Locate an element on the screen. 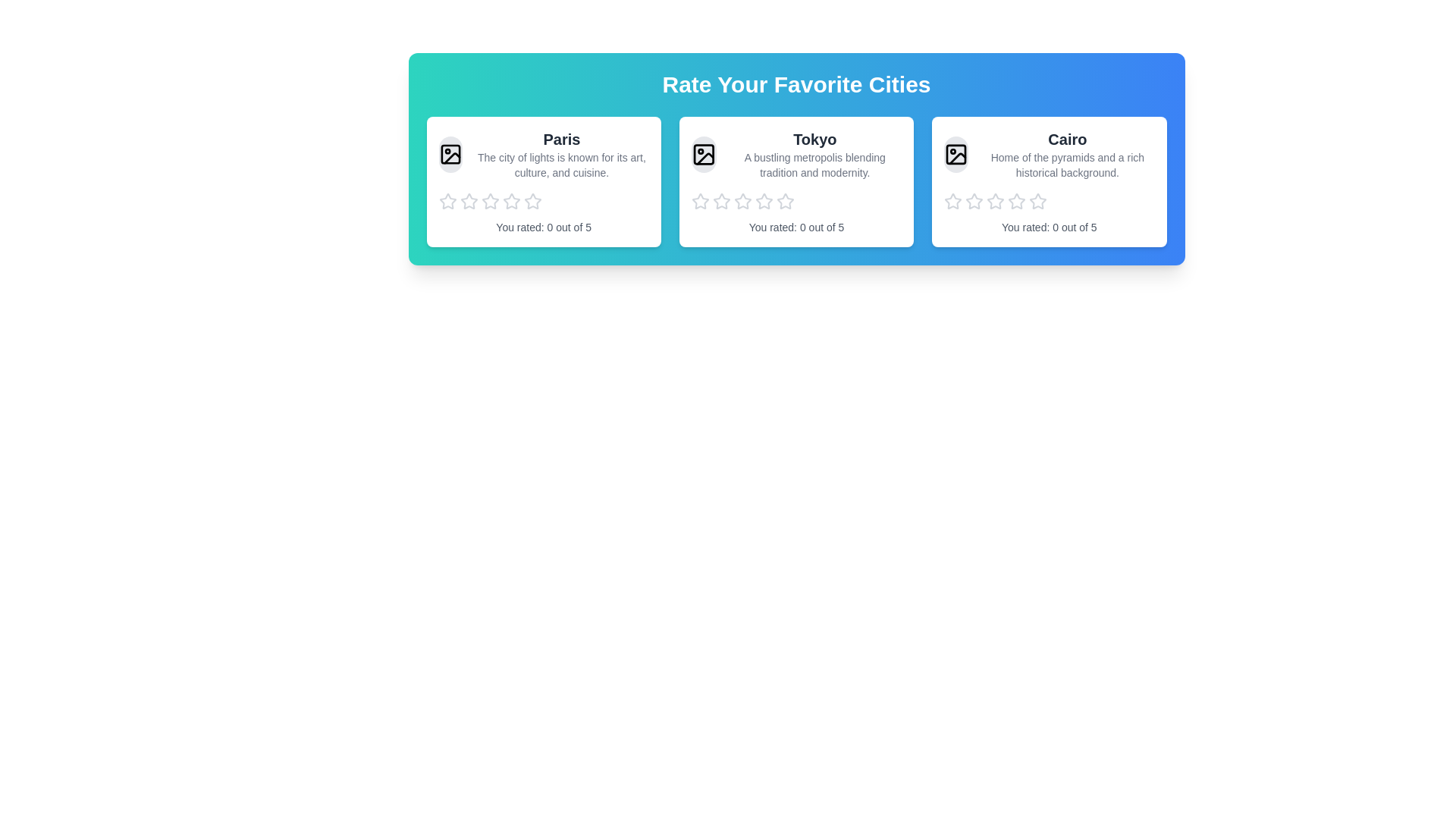  across the five star icons in the Rating widget for the location 'Paris' is located at coordinates (544, 201).